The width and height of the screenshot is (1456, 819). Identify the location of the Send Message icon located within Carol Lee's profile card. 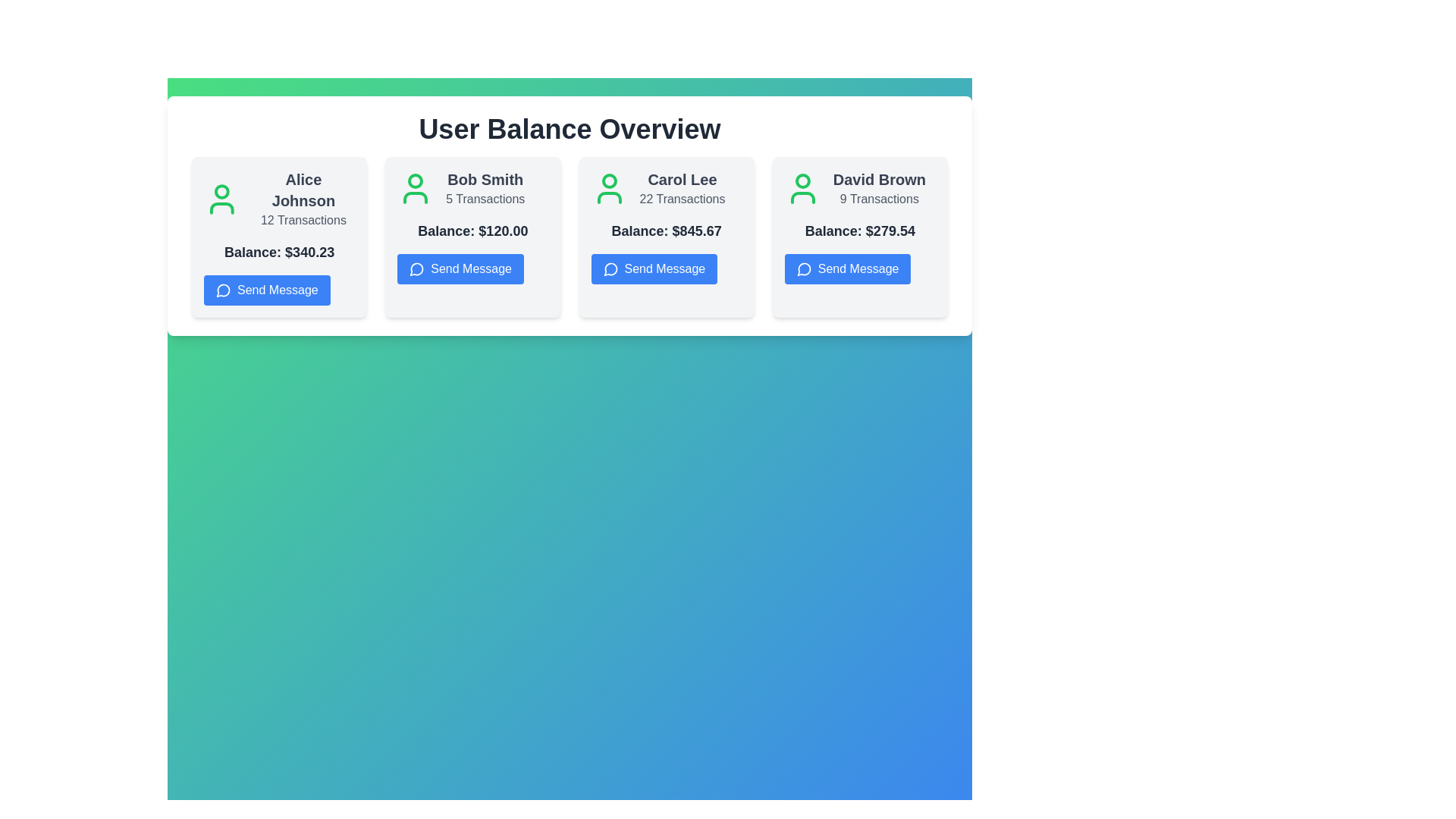
(610, 268).